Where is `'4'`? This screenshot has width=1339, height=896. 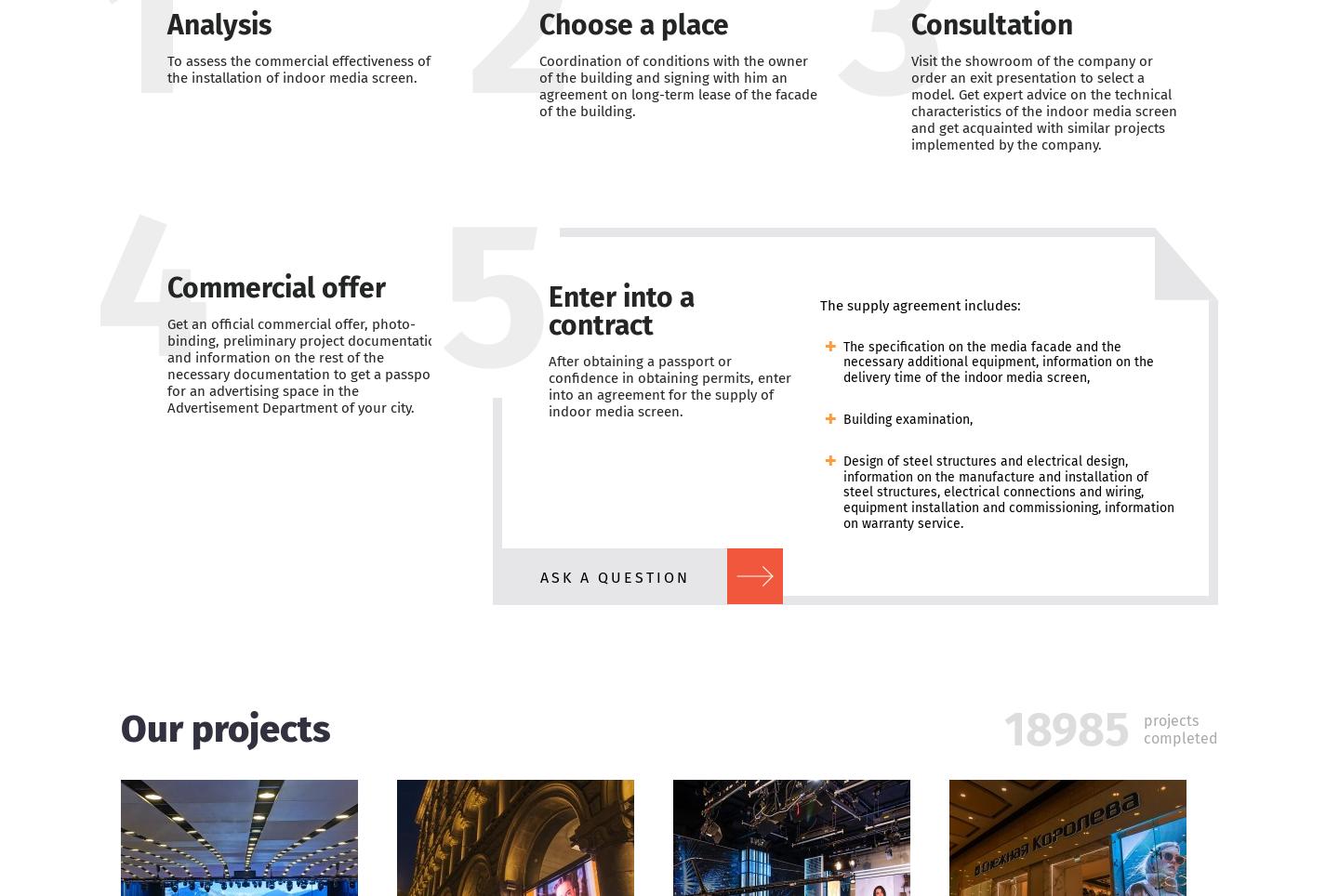
'4' is located at coordinates (152, 285).